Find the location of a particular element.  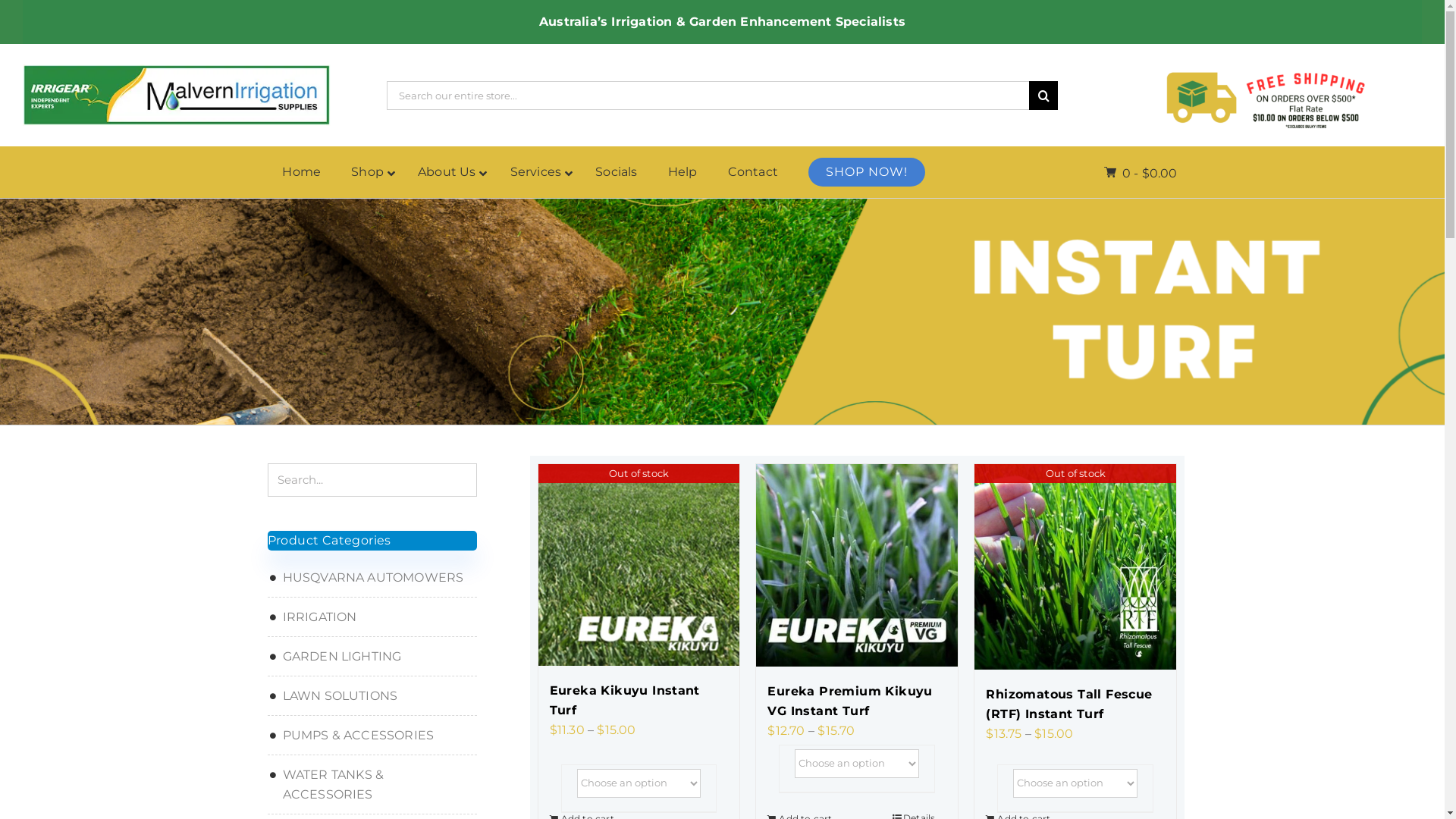

'Eureka Premium Kikuyu VG Instant Turf' is located at coordinates (856, 701).